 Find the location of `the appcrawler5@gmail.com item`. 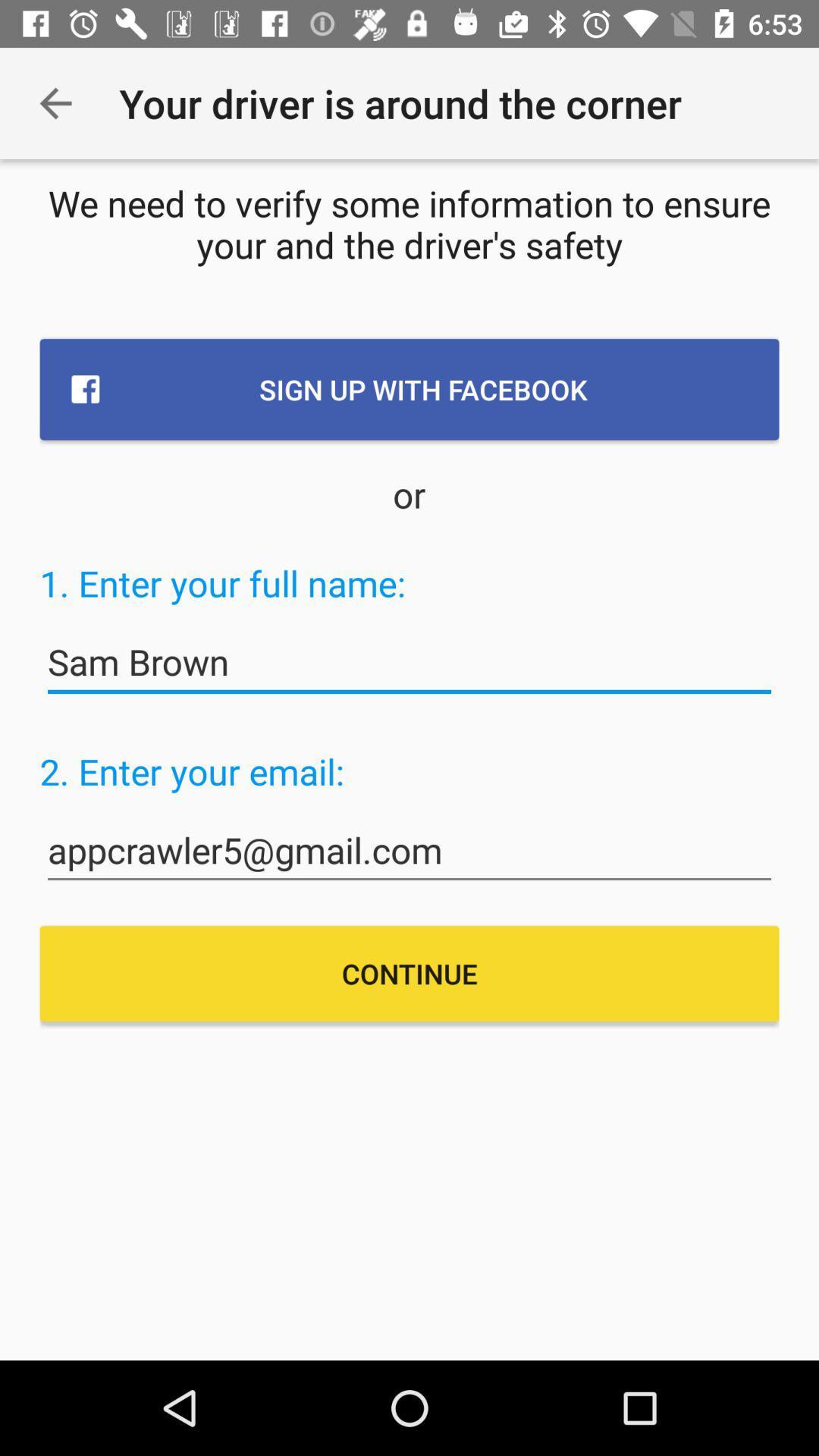

the appcrawler5@gmail.com item is located at coordinates (409, 851).